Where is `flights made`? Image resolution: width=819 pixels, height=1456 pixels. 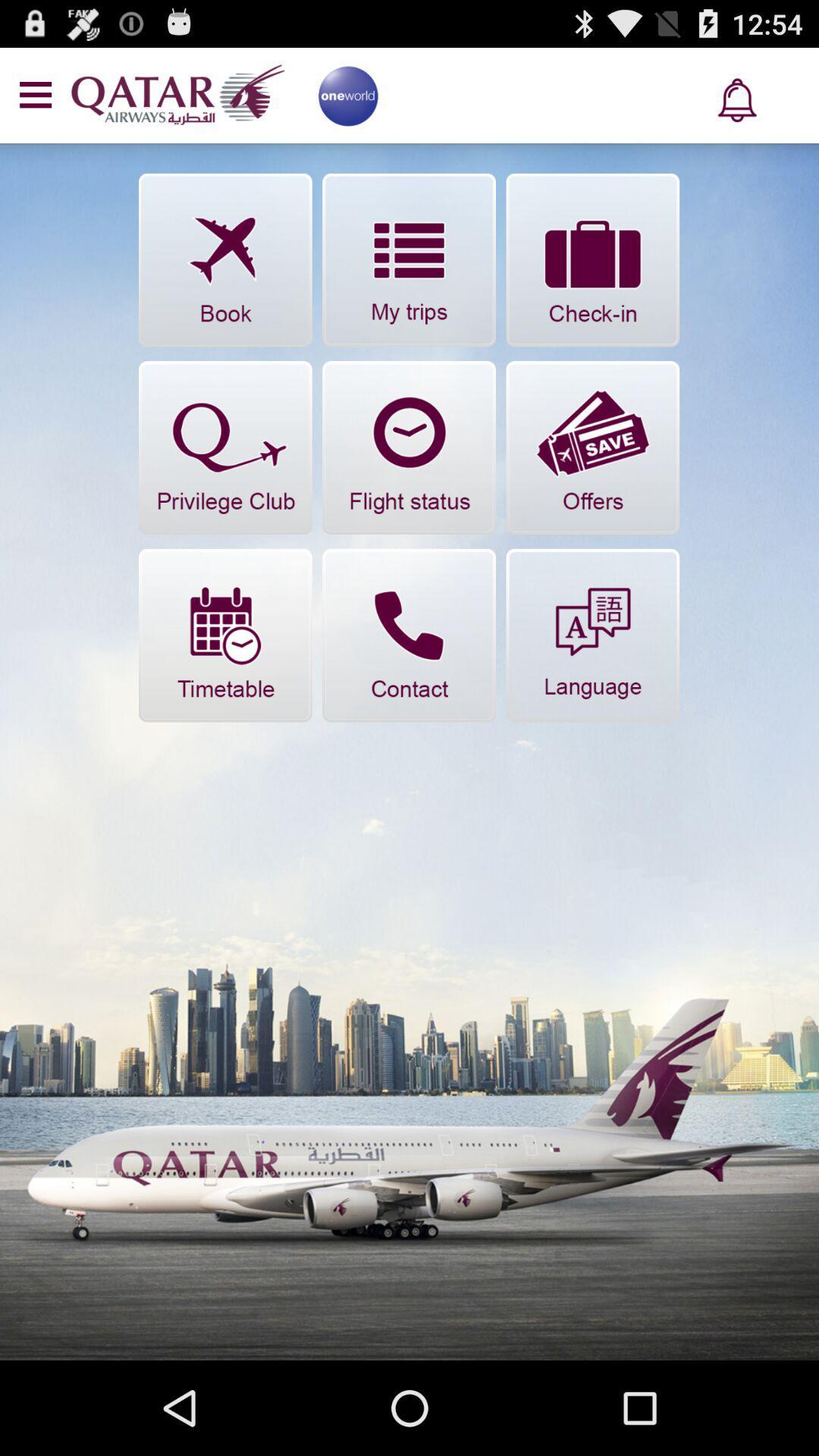 flights made is located at coordinates (408, 260).